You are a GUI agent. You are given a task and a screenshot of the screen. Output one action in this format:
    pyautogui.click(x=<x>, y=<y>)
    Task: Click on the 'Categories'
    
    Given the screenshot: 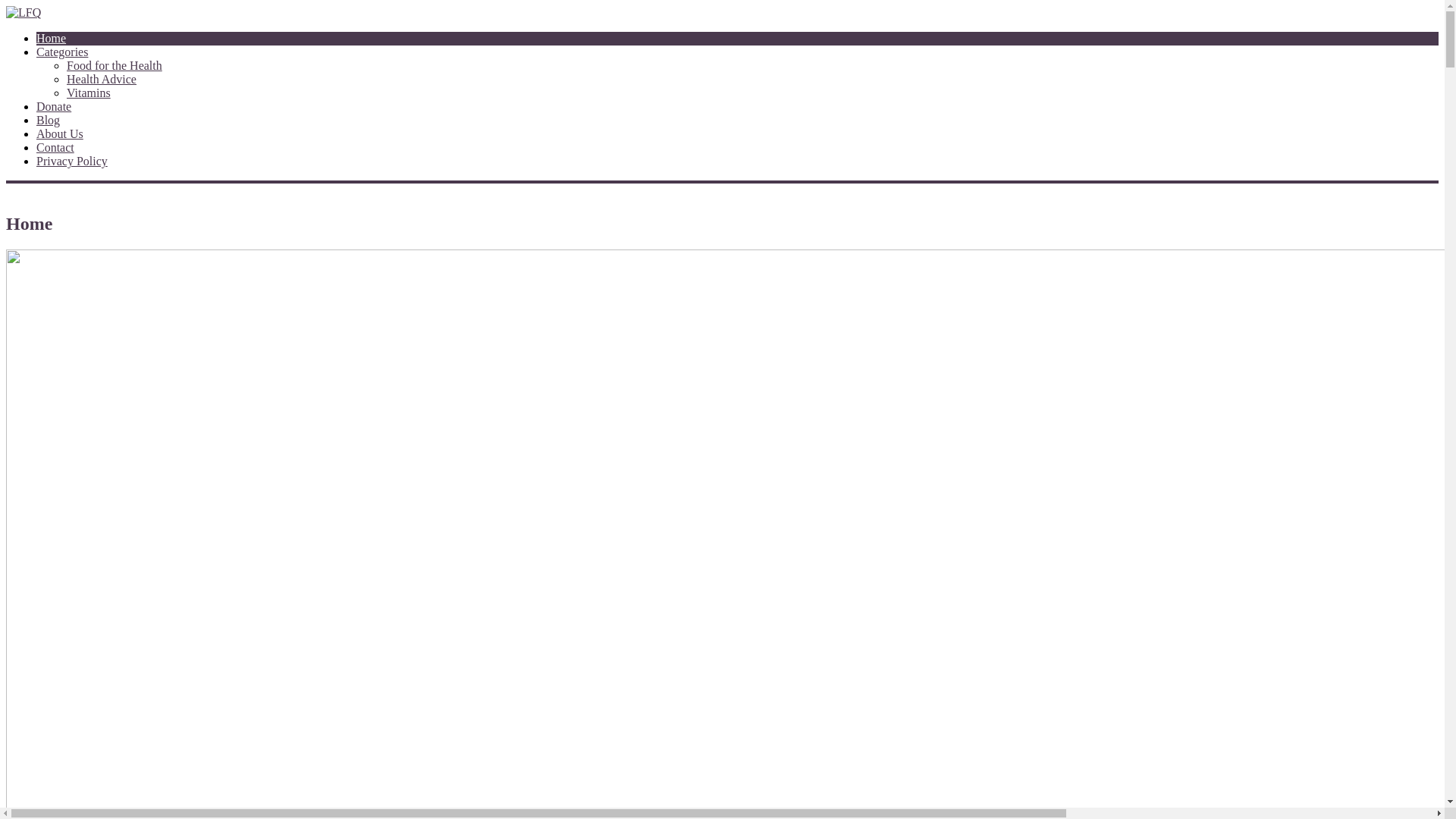 What is the action you would take?
    pyautogui.click(x=36, y=51)
    